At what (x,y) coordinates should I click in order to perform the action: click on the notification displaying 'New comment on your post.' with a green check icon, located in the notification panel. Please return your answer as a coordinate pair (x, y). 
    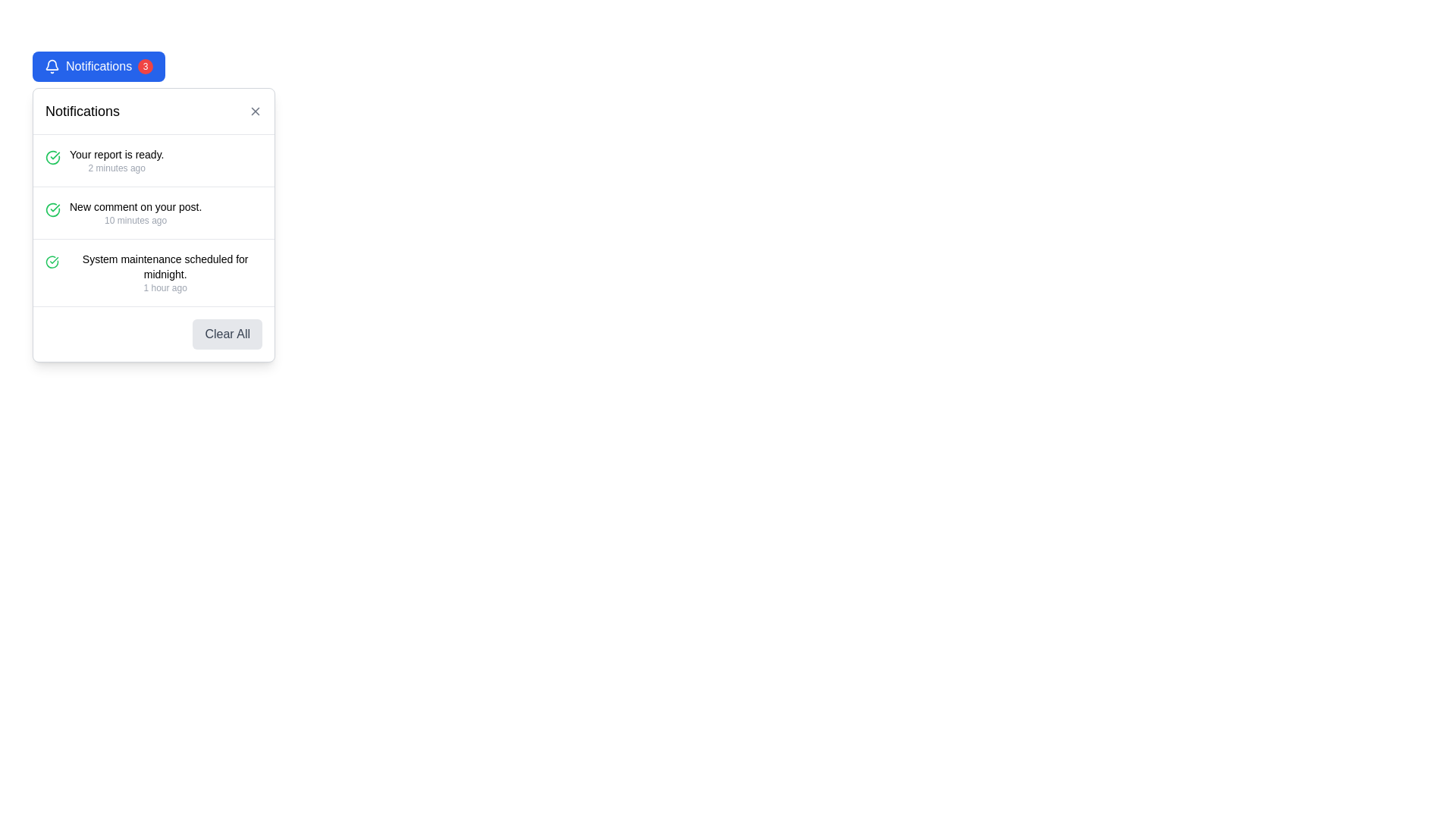
    Looking at the image, I should click on (153, 212).